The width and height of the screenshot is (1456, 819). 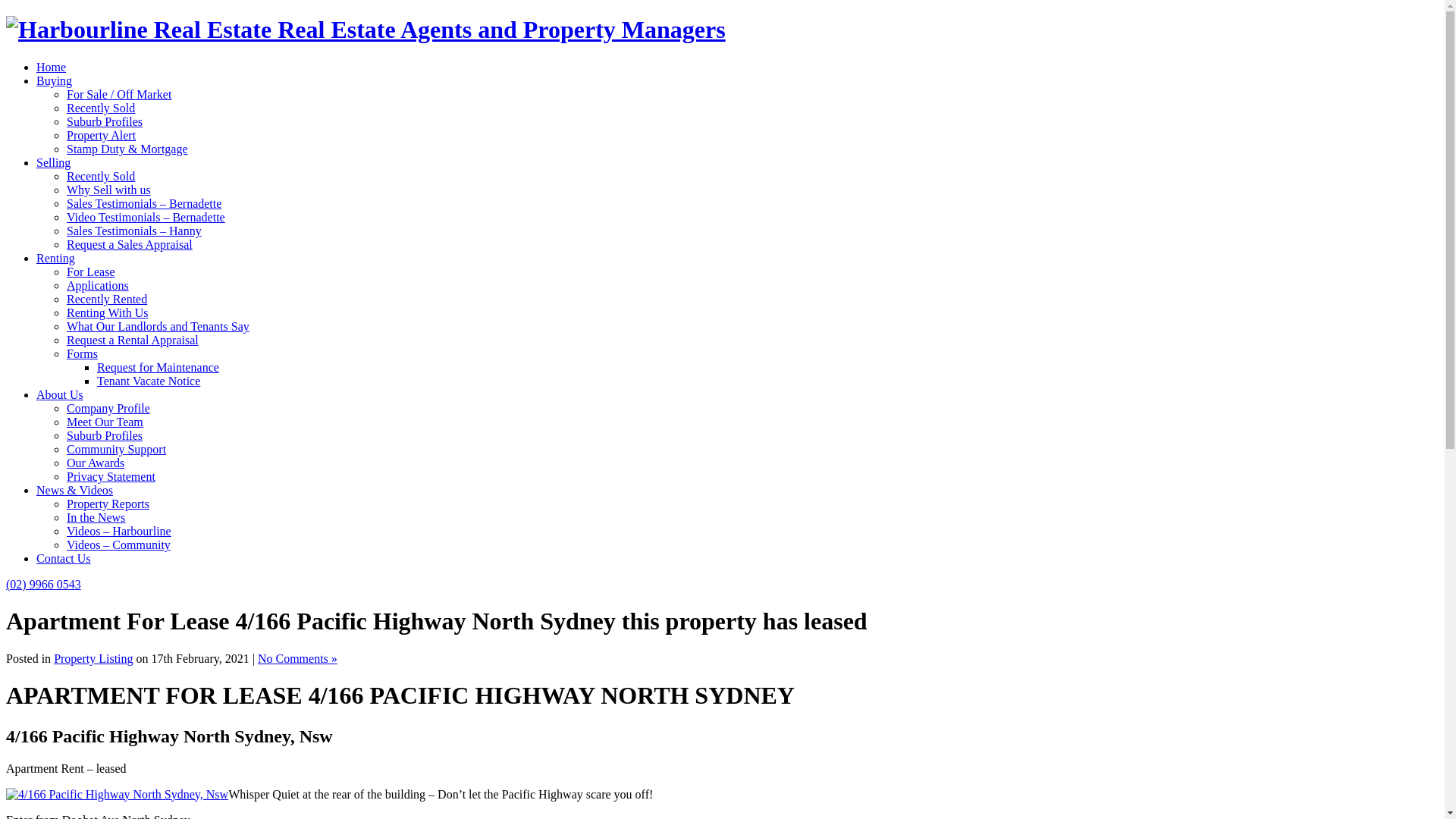 What do you see at coordinates (65, 448) in the screenshot?
I see `'Community Support'` at bounding box center [65, 448].